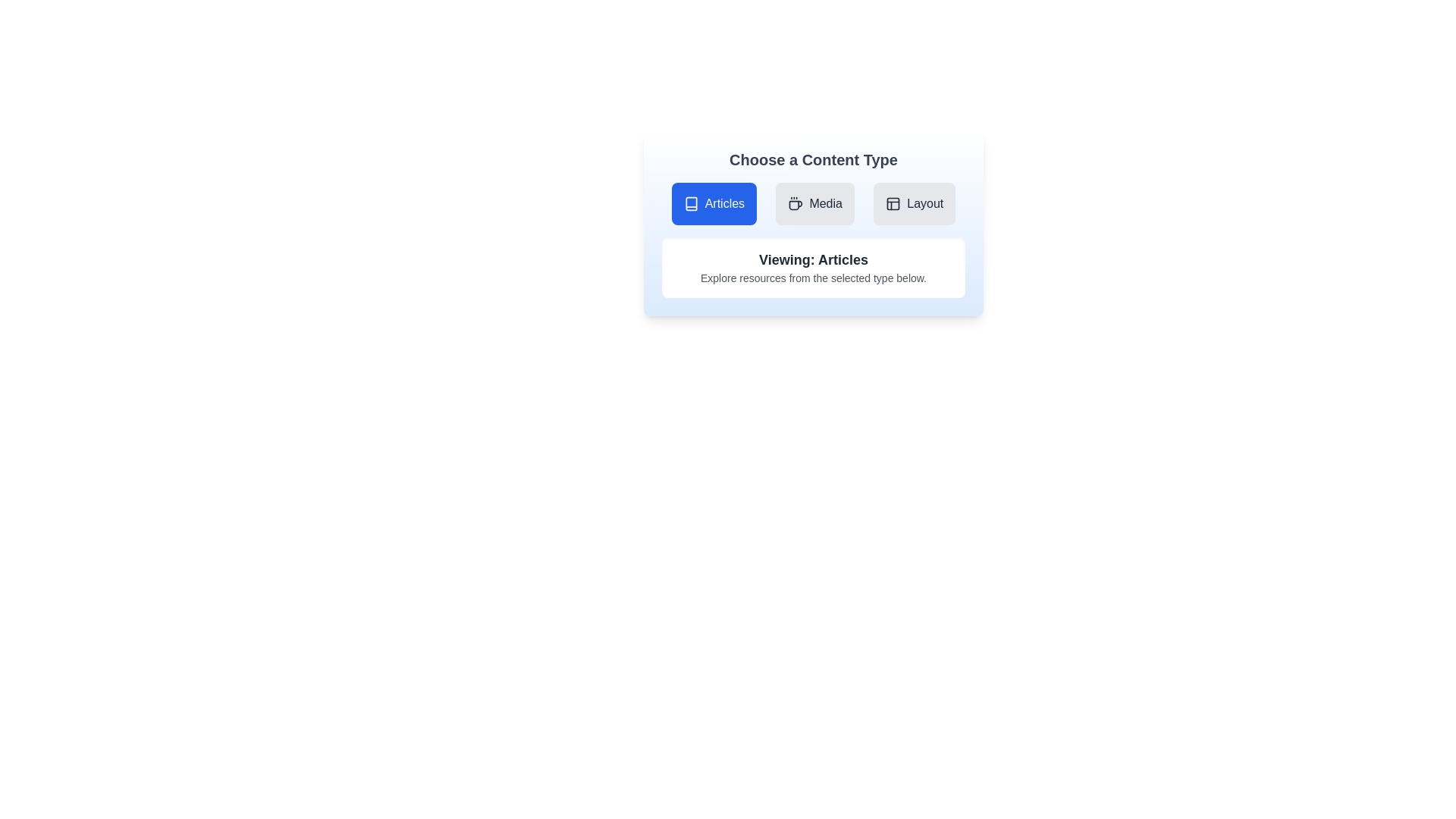 Image resolution: width=1456 pixels, height=819 pixels. Describe the element at coordinates (813, 203) in the screenshot. I see `the button in the horizontal button group` at that location.